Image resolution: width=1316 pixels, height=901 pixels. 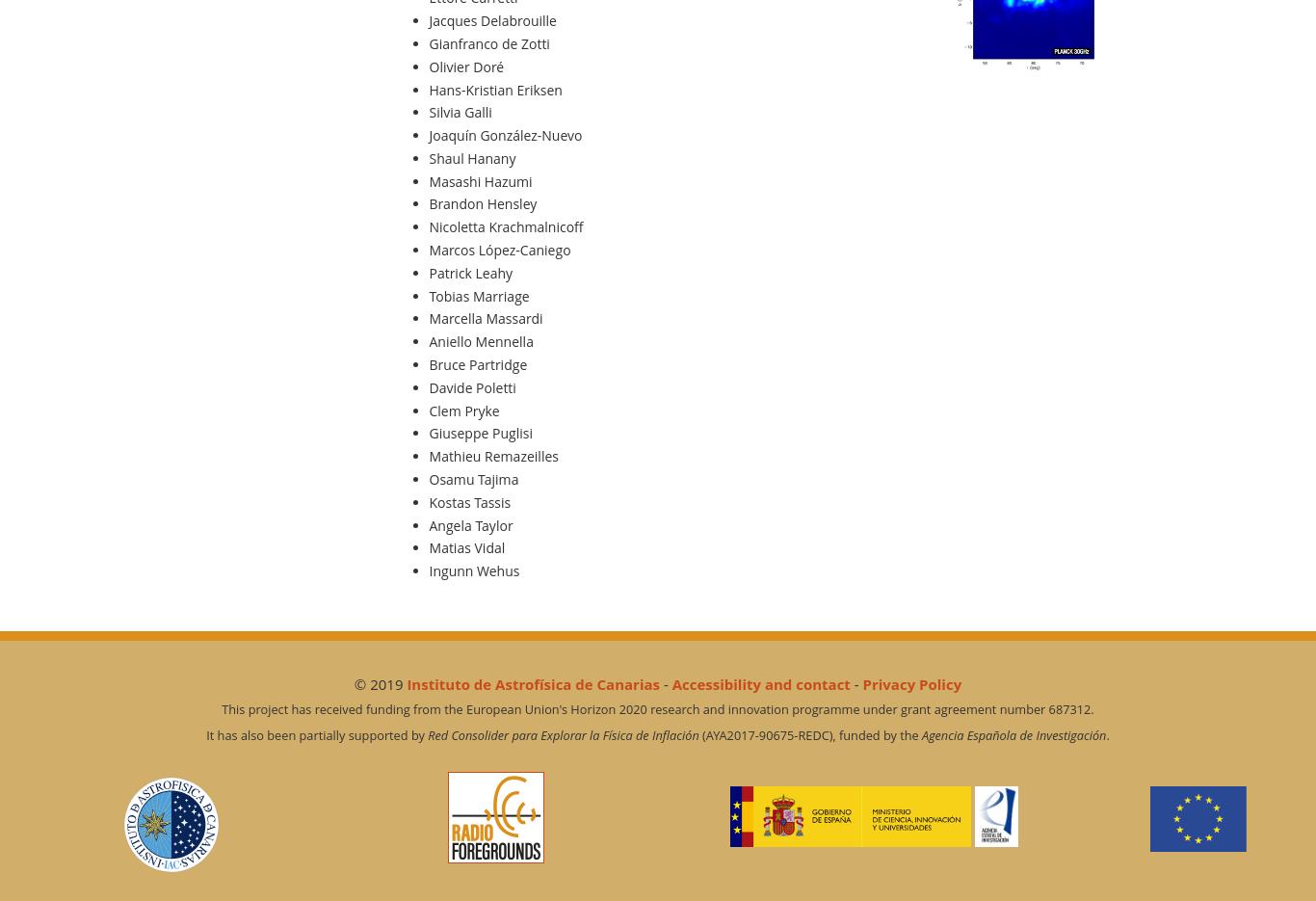 I want to click on 'Clem Pryke', so click(x=428, y=410).